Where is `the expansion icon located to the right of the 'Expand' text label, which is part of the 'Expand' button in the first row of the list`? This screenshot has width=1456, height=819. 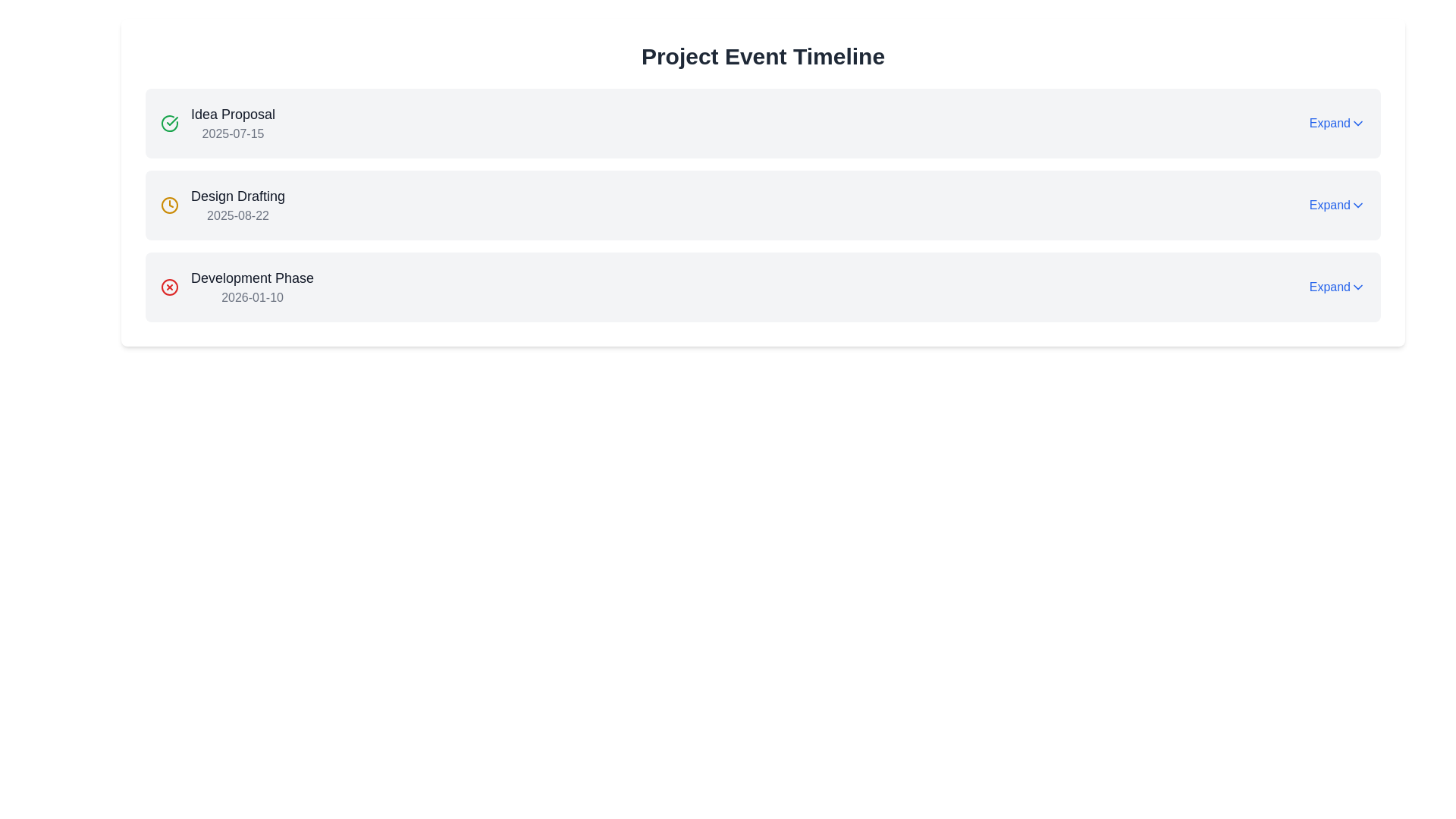 the expansion icon located to the right of the 'Expand' text label, which is part of the 'Expand' button in the first row of the list is located at coordinates (1357, 122).